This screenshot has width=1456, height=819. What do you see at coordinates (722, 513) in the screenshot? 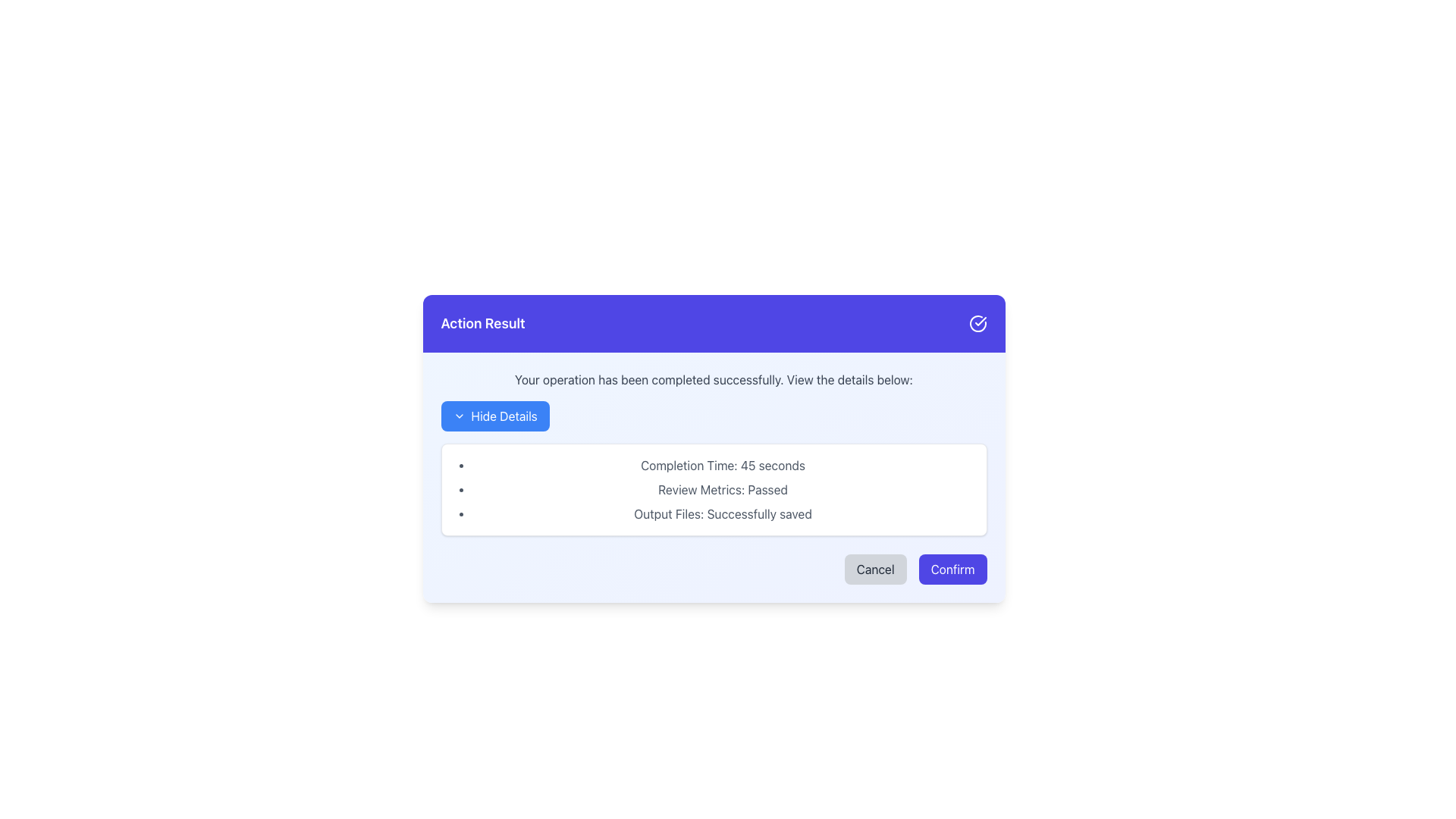
I see `the text label that reads 'Output Files: Successfully saved', styled in muted gray color and positioned as the third entry in a vertical list of bullet points` at bounding box center [722, 513].